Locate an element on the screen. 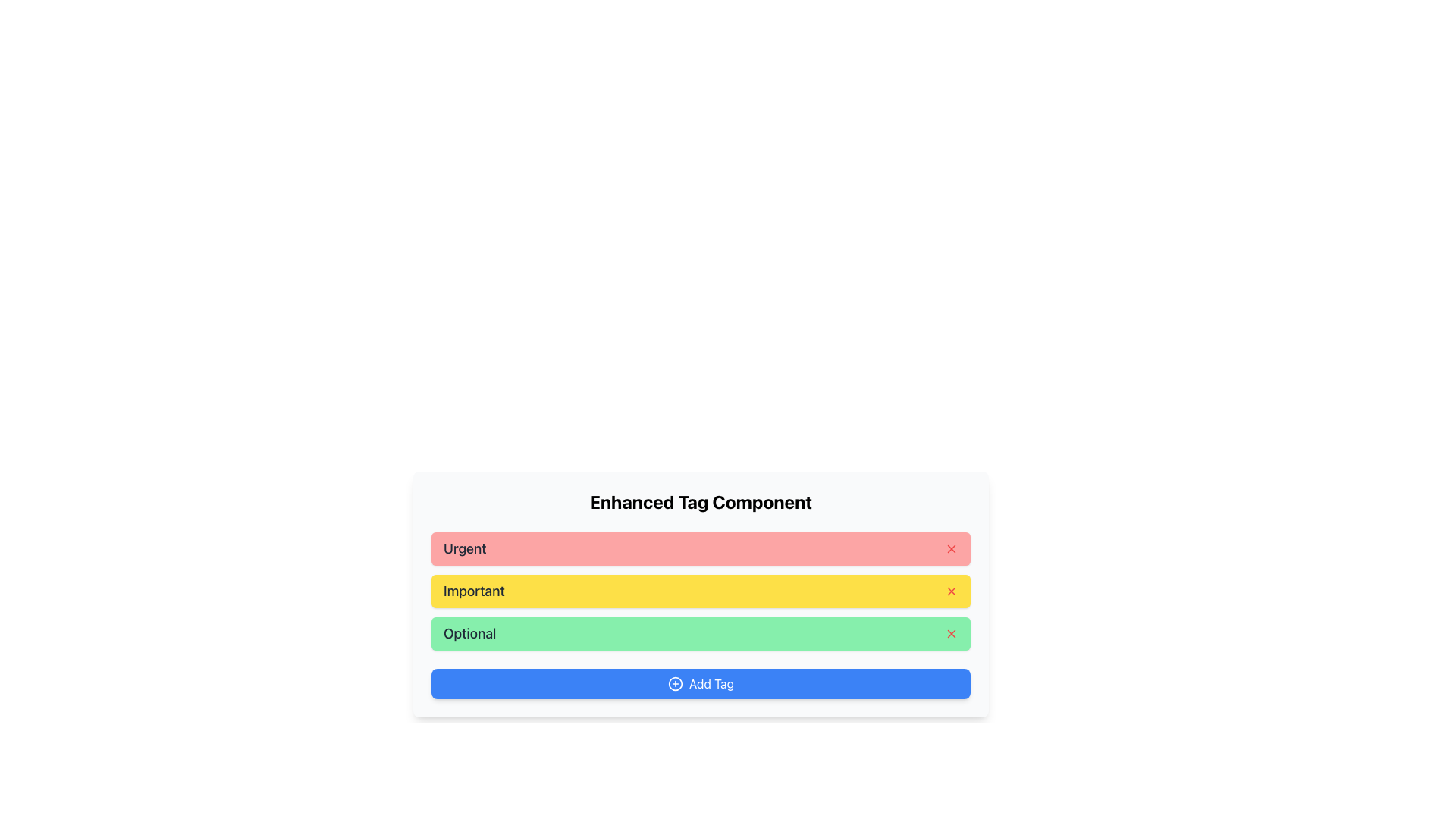 The image size is (1456, 819). the 'Important' tag element, which is a yellow-highlighted rectangular area with rounded corners containing the label 'Important' and a red close icon, positioned between 'Urgent' and 'Optional' is located at coordinates (700, 590).